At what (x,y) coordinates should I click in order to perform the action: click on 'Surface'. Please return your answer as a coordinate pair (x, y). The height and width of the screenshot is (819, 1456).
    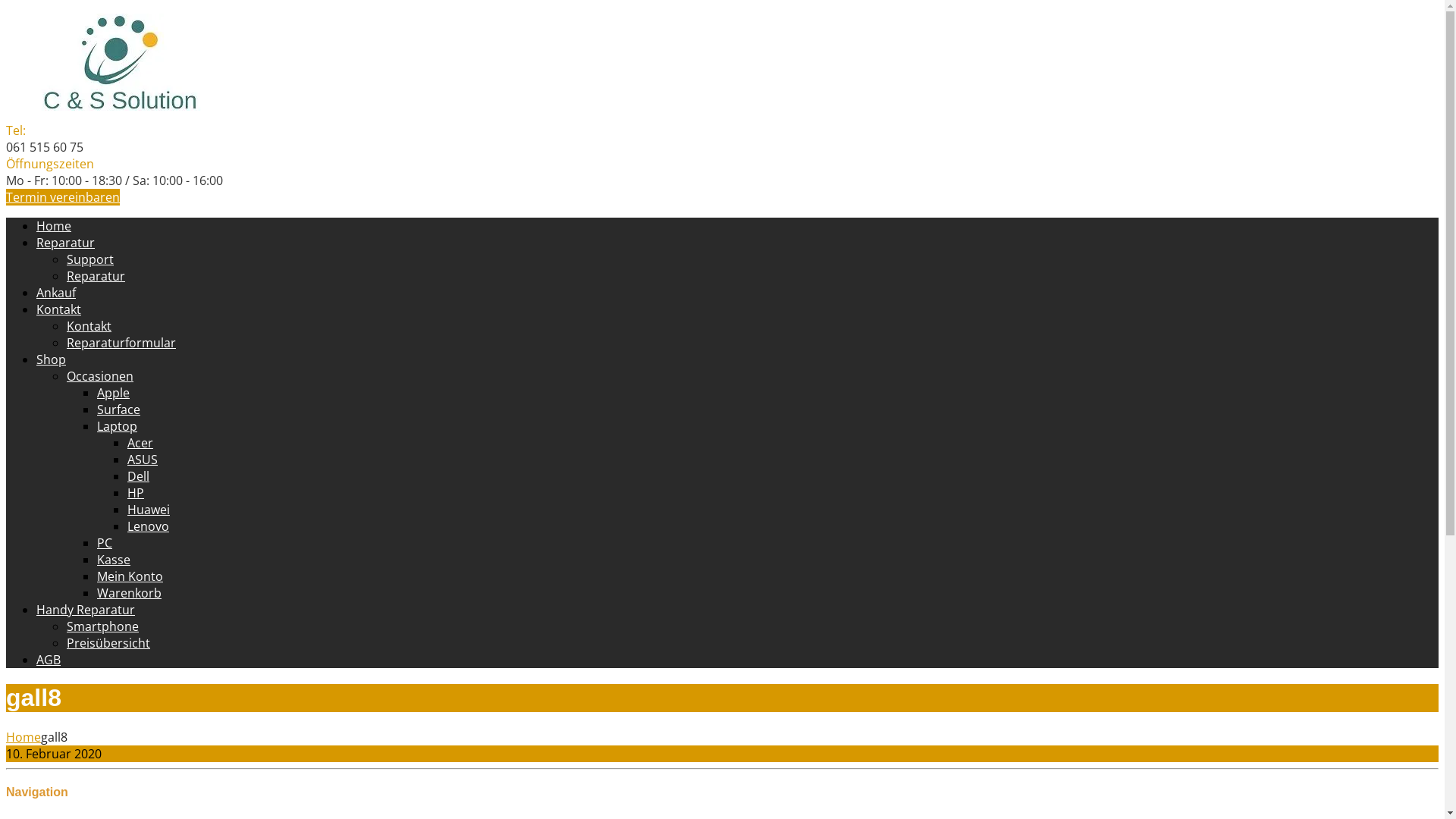
    Looking at the image, I should click on (118, 409).